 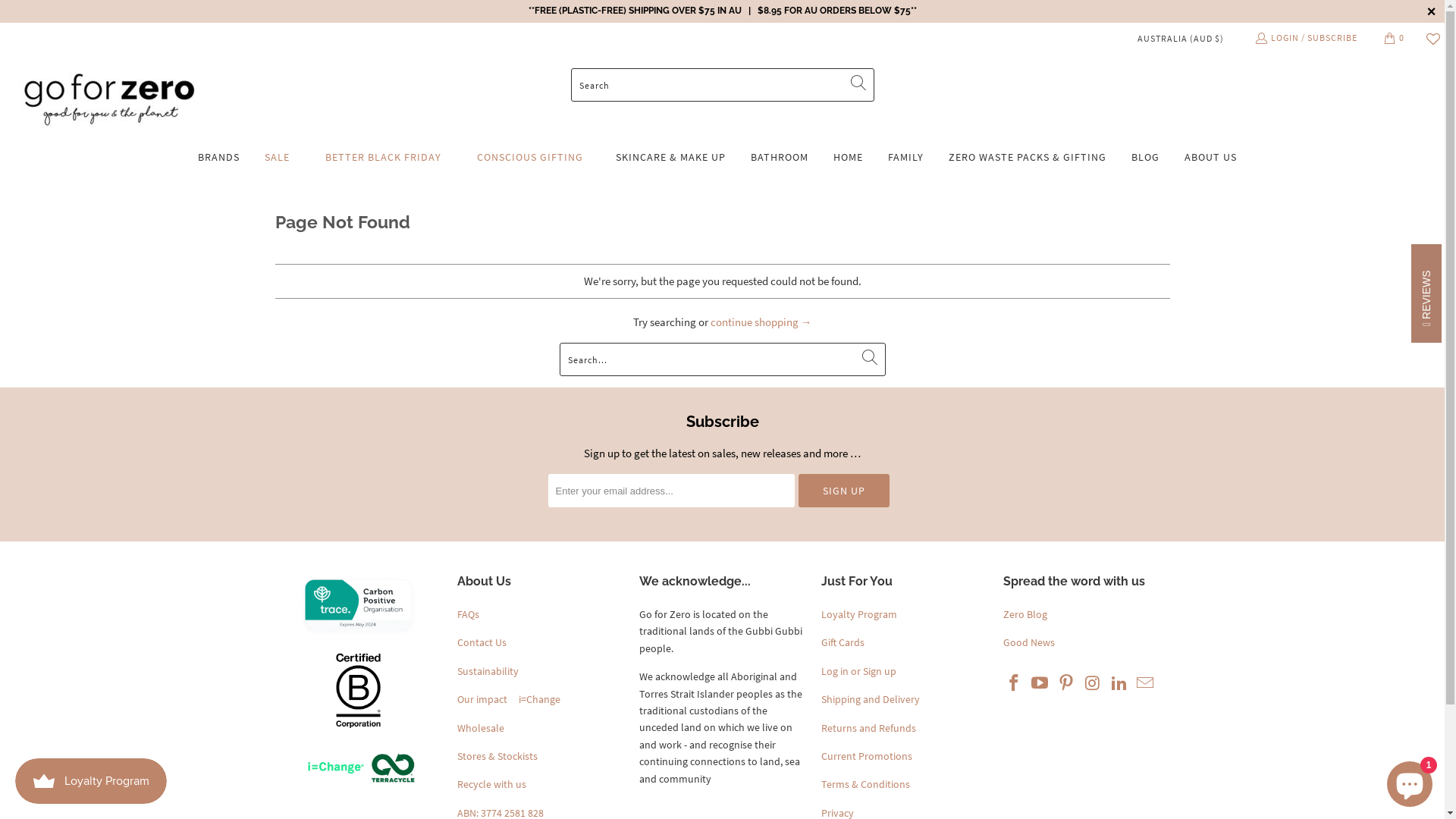 I want to click on 'Go For Zero on Instagram', so click(x=1081, y=683).